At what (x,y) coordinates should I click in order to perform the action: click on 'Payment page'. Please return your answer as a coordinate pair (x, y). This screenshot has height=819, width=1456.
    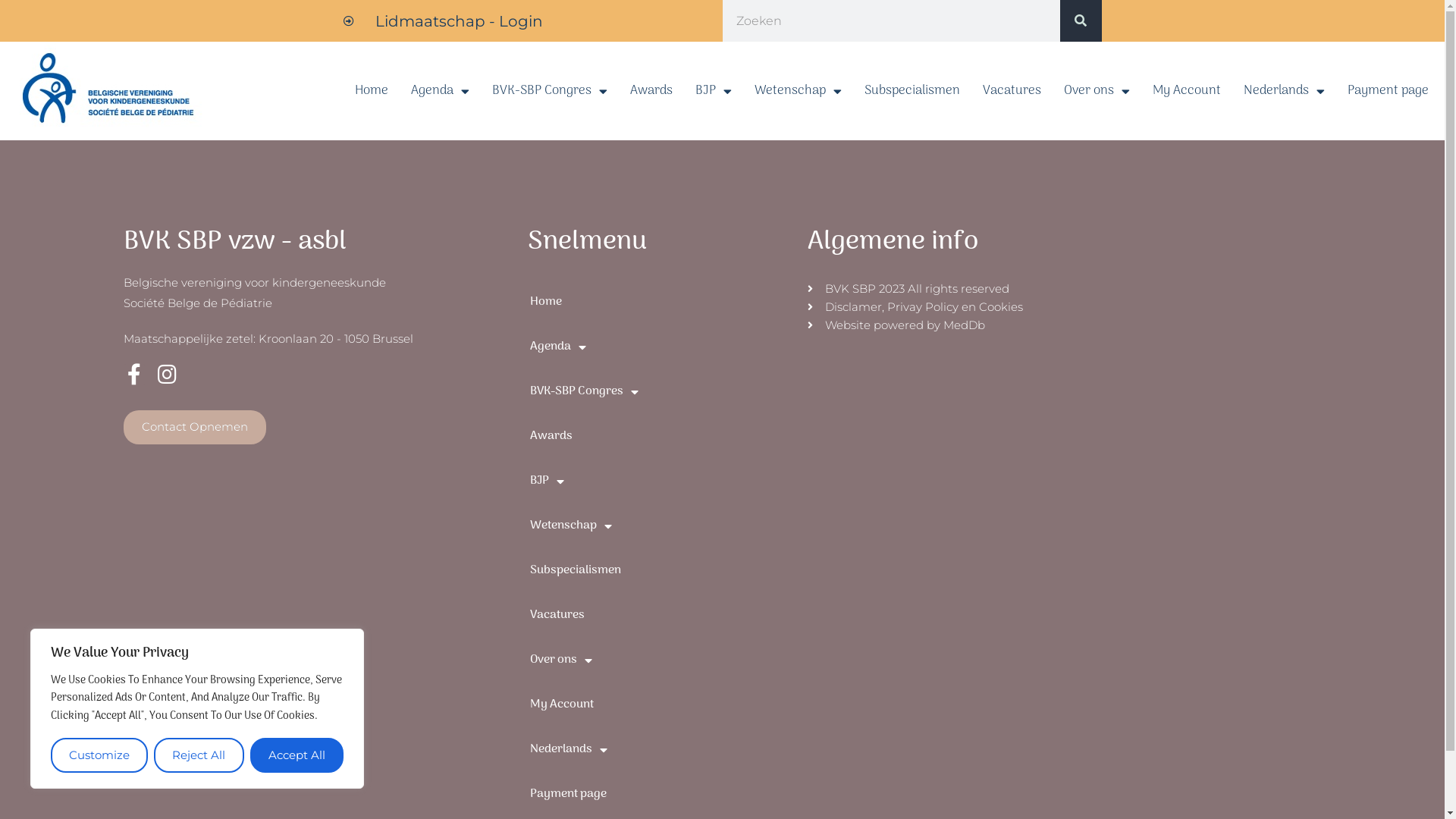
    Looking at the image, I should click on (528, 793).